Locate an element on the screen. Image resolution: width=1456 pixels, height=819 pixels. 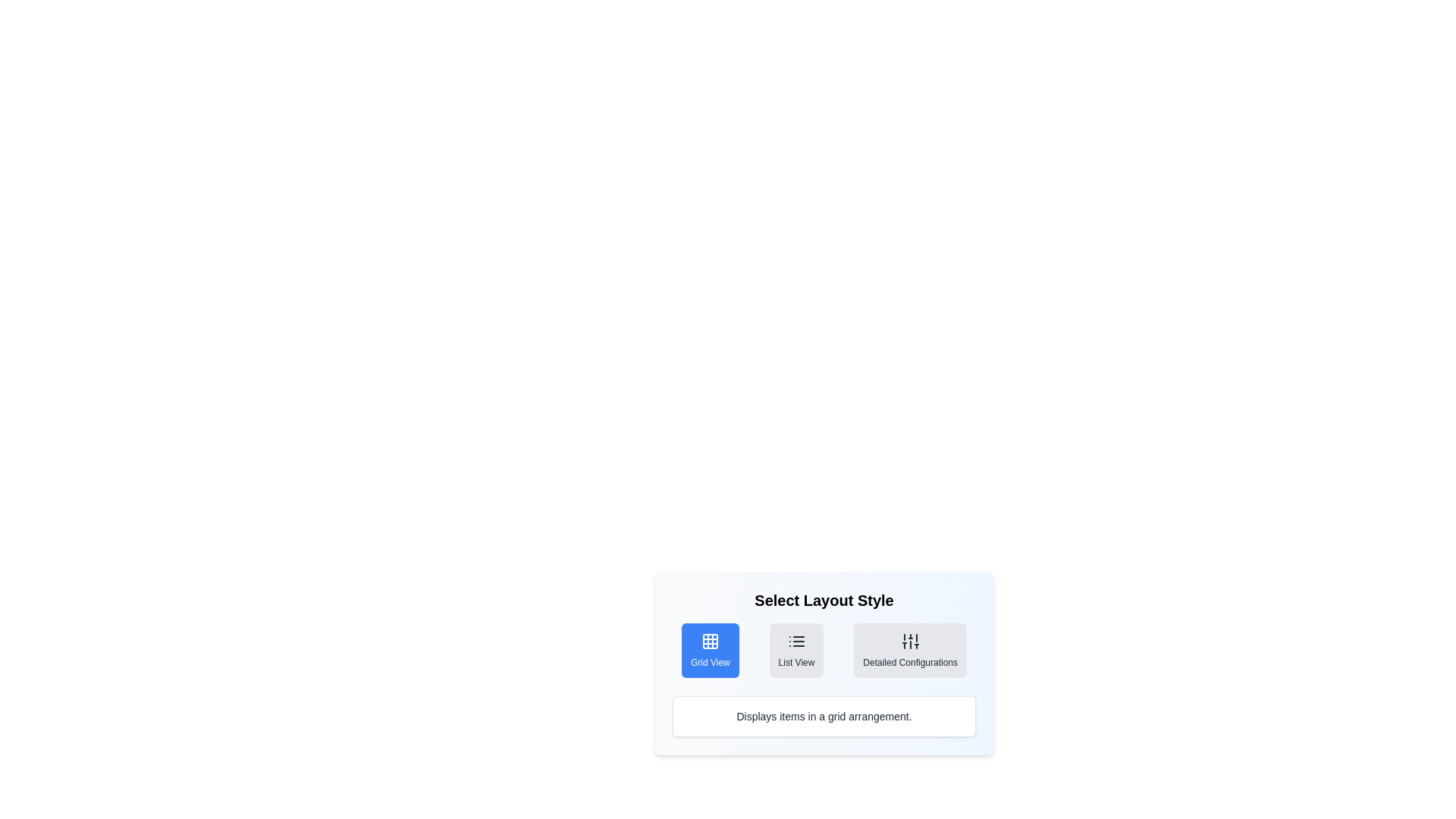
the layout style button for Grid View is located at coordinates (709, 649).